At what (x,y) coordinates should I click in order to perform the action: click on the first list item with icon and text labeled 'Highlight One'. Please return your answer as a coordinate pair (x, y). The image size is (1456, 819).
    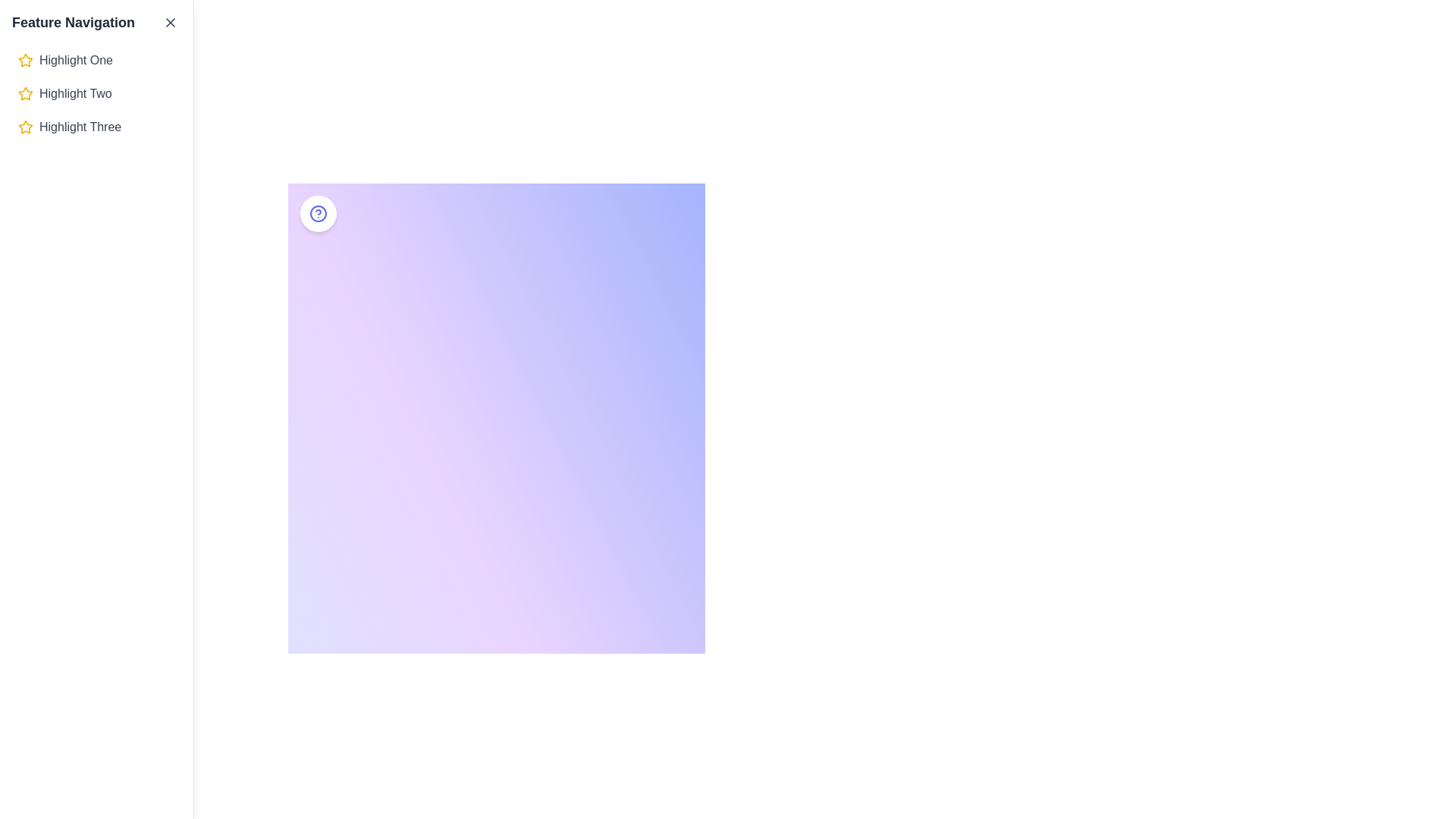
    Looking at the image, I should click on (96, 60).